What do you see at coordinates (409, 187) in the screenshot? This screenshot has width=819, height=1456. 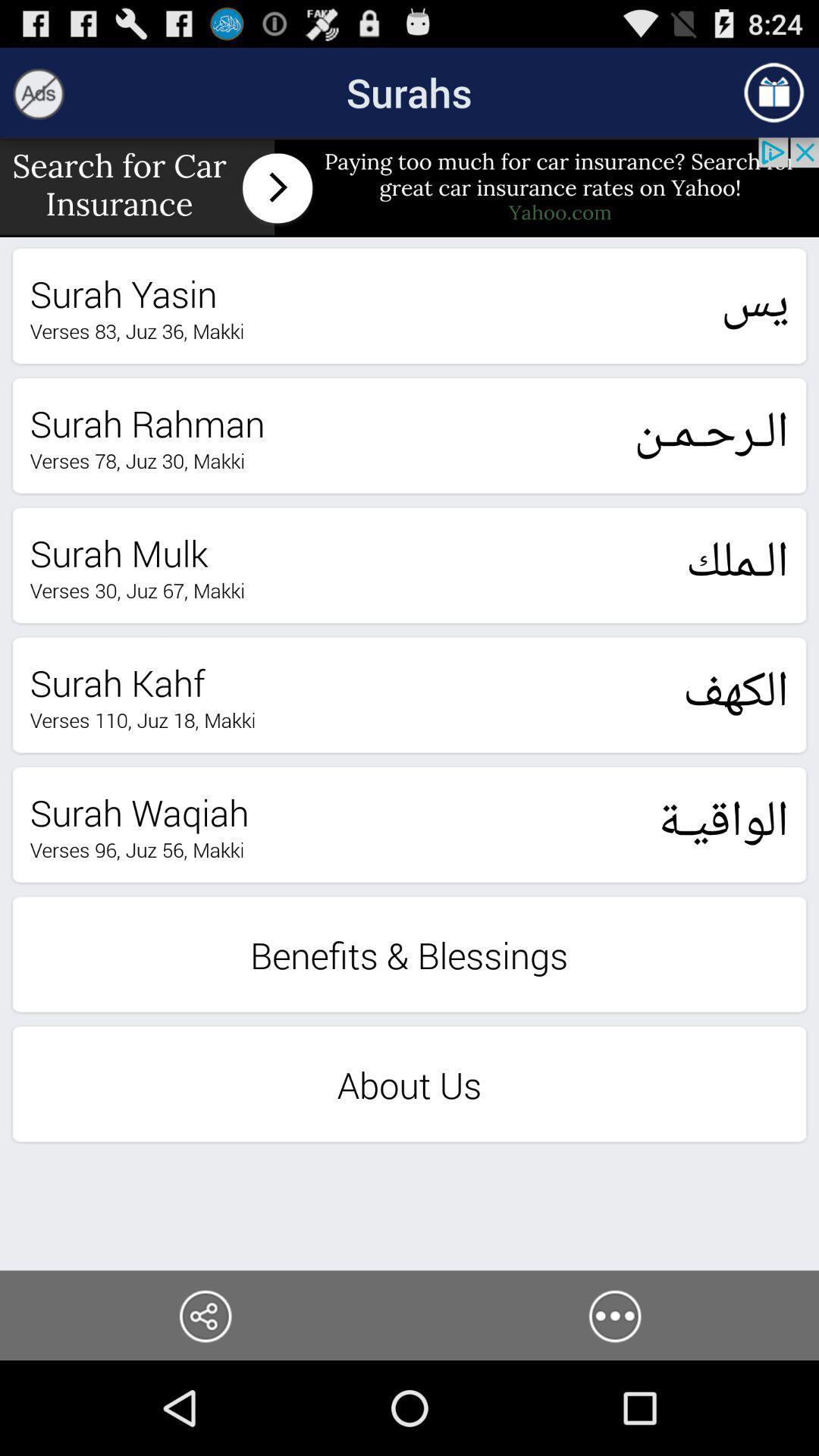 I see `insurance` at bounding box center [409, 187].